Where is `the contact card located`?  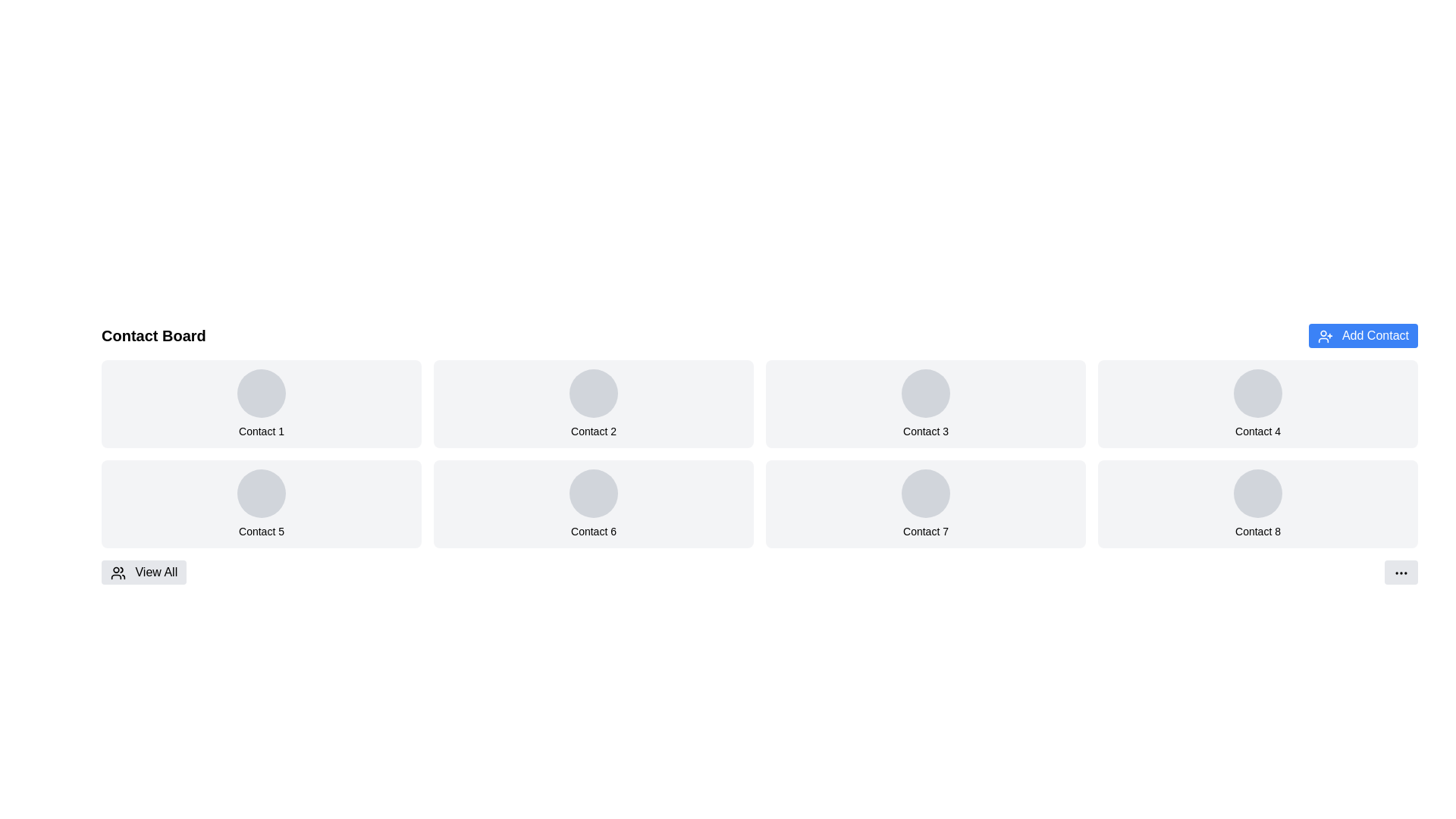
the contact card located is located at coordinates (1258, 403).